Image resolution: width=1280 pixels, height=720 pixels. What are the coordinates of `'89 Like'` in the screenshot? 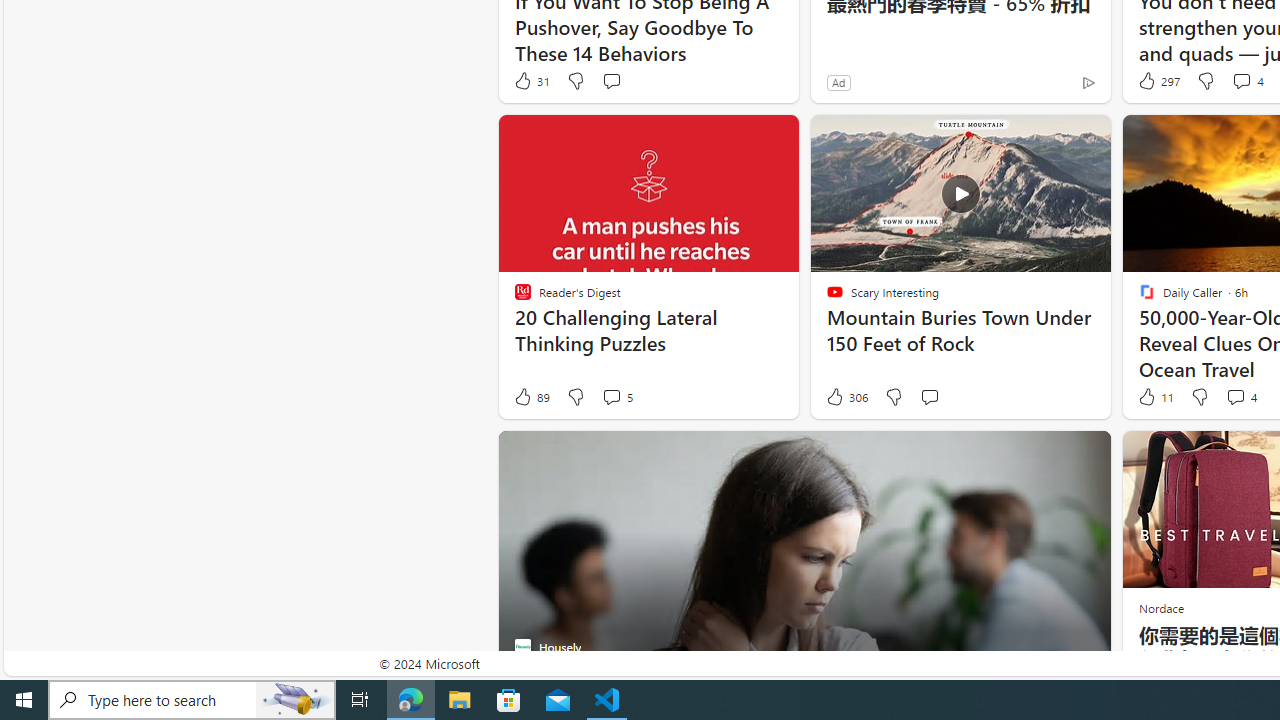 It's located at (531, 397).